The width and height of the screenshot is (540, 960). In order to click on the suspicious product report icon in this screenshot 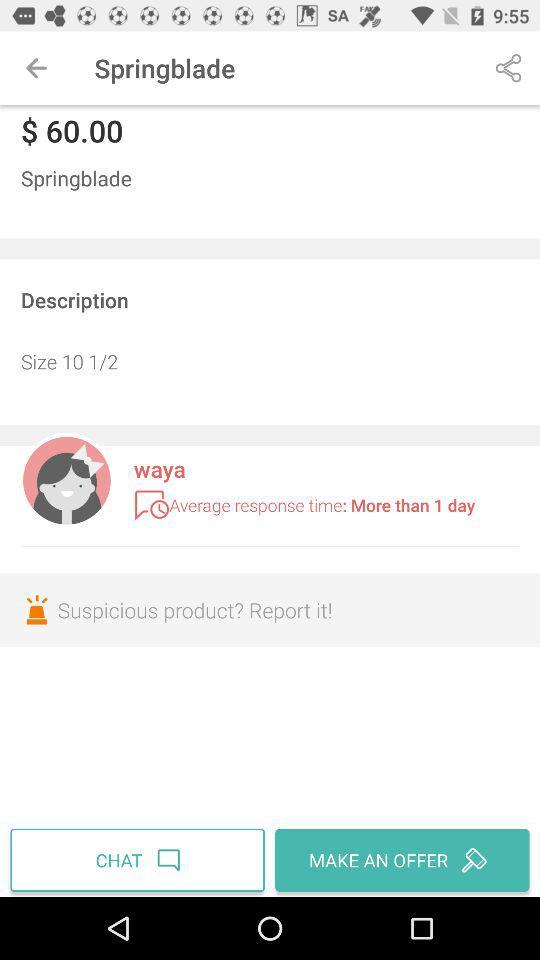, I will do `click(270, 609)`.